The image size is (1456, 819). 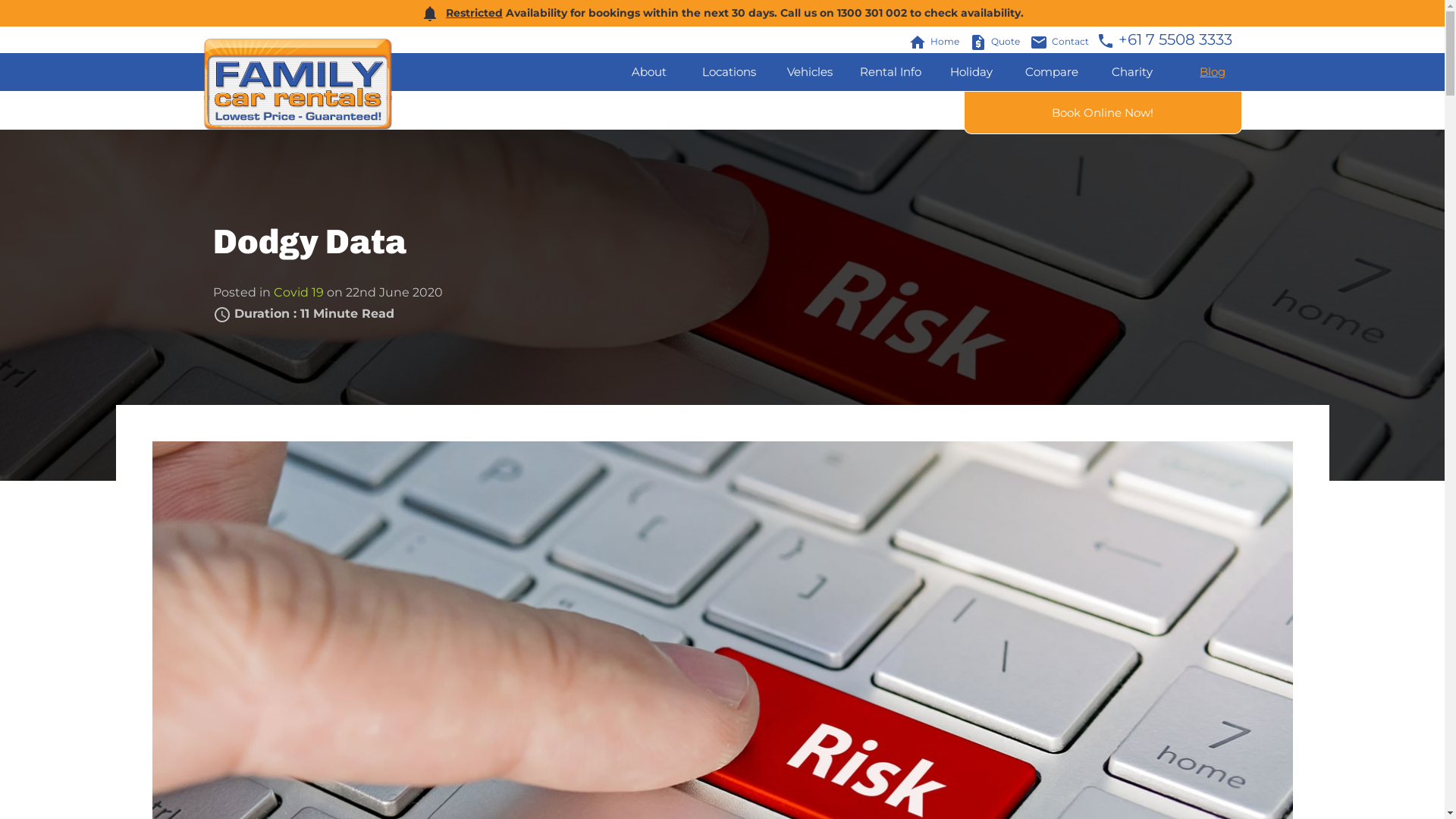 What do you see at coordinates (1131, 72) in the screenshot?
I see `'Charity'` at bounding box center [1131, 72].